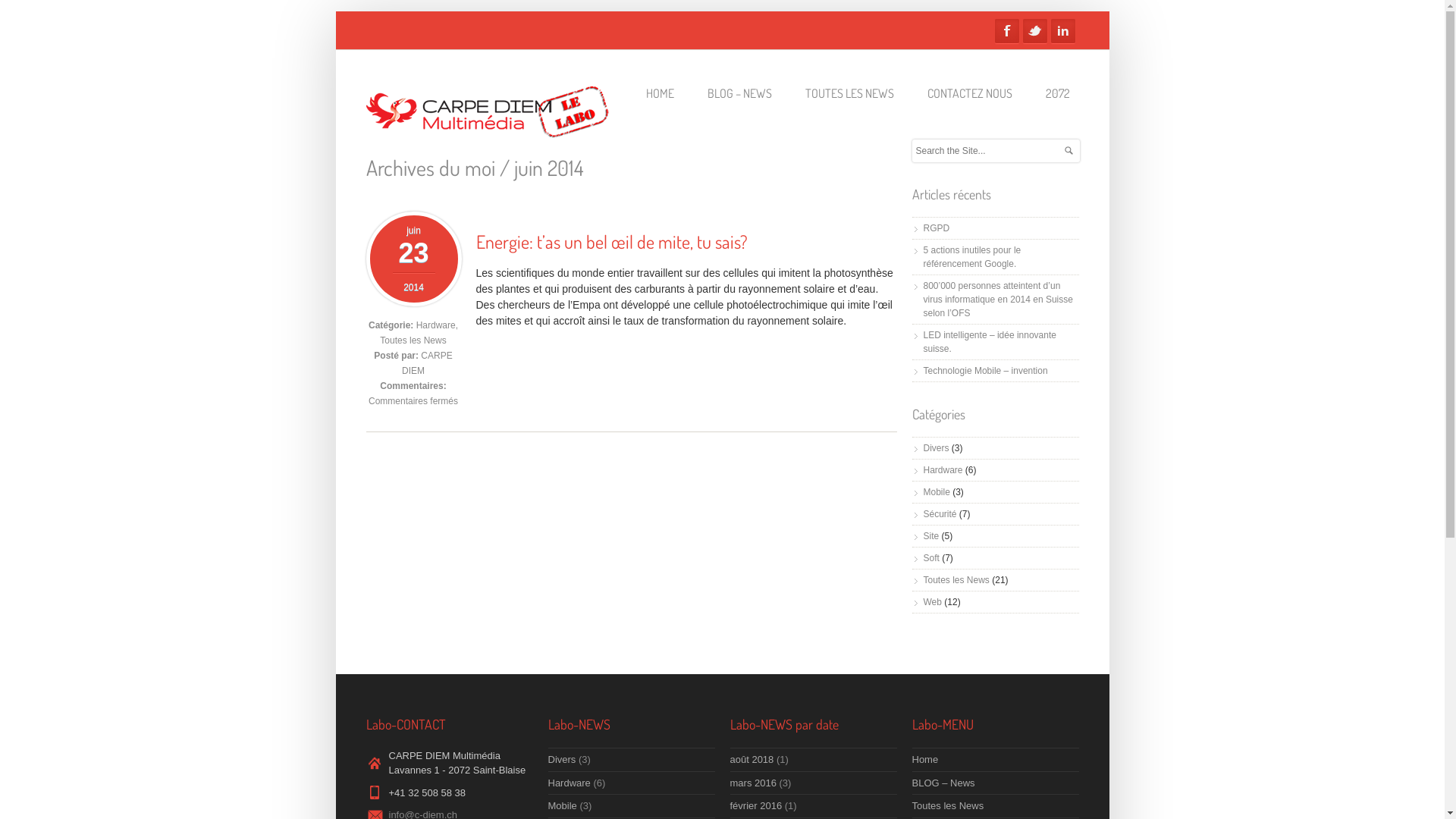 The width and height of the screenshot is (1456, 819). I want to click on 'Hardware', so click(546, 783).